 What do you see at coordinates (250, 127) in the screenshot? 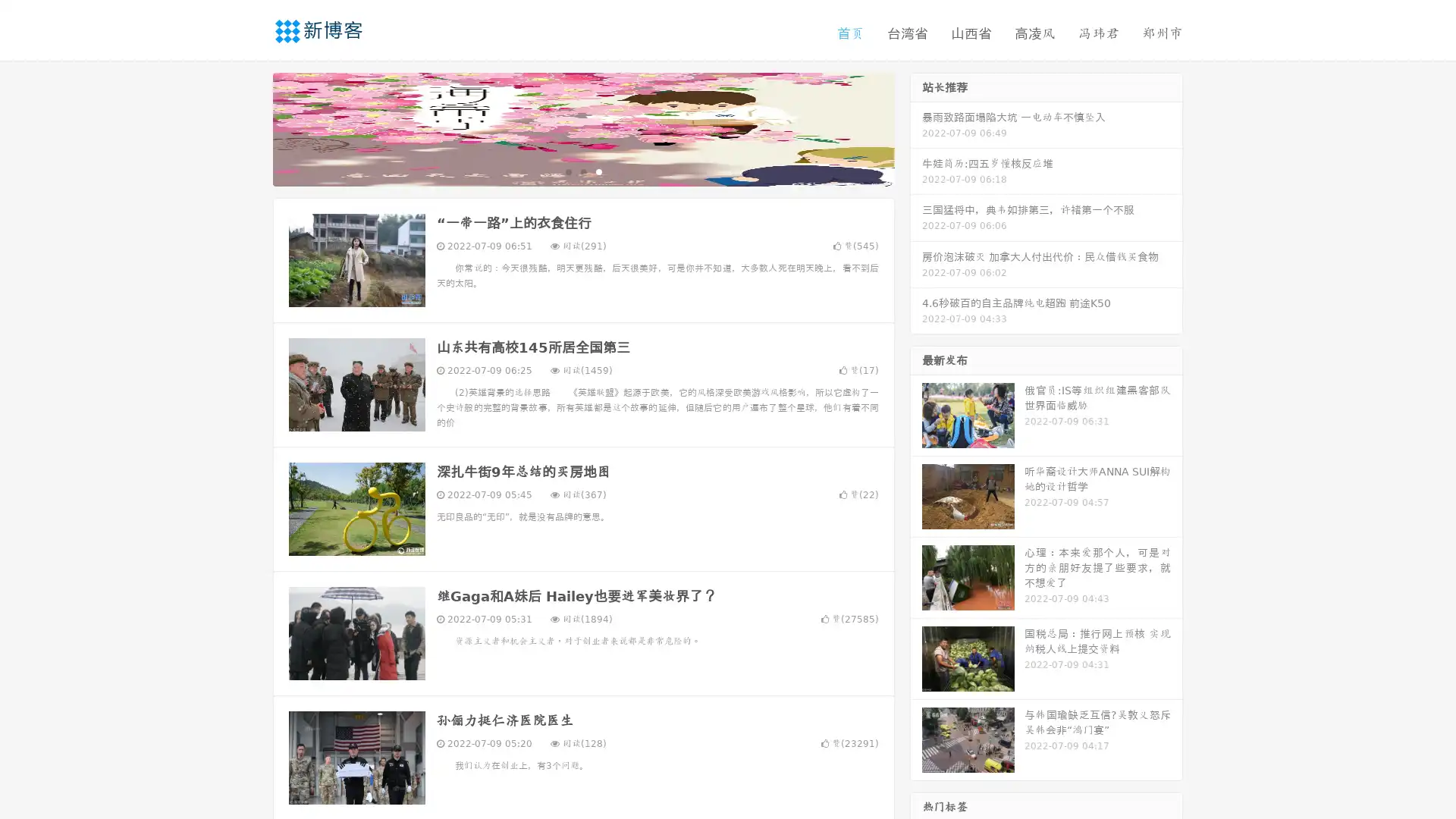
I see `Previous slide` at bounding box center [250, 127].